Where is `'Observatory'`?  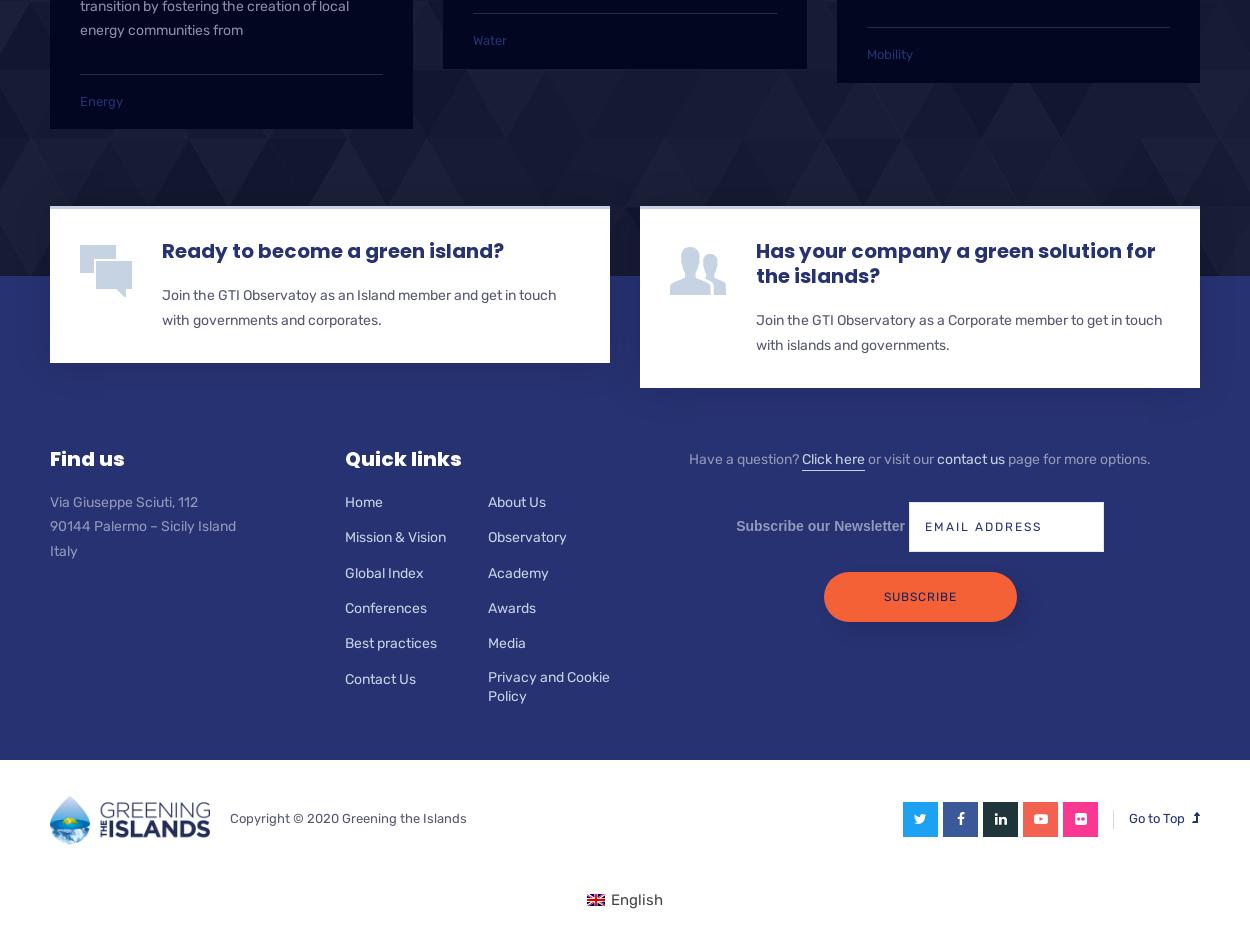 'Observatory' is located at coordinates (526, 537).